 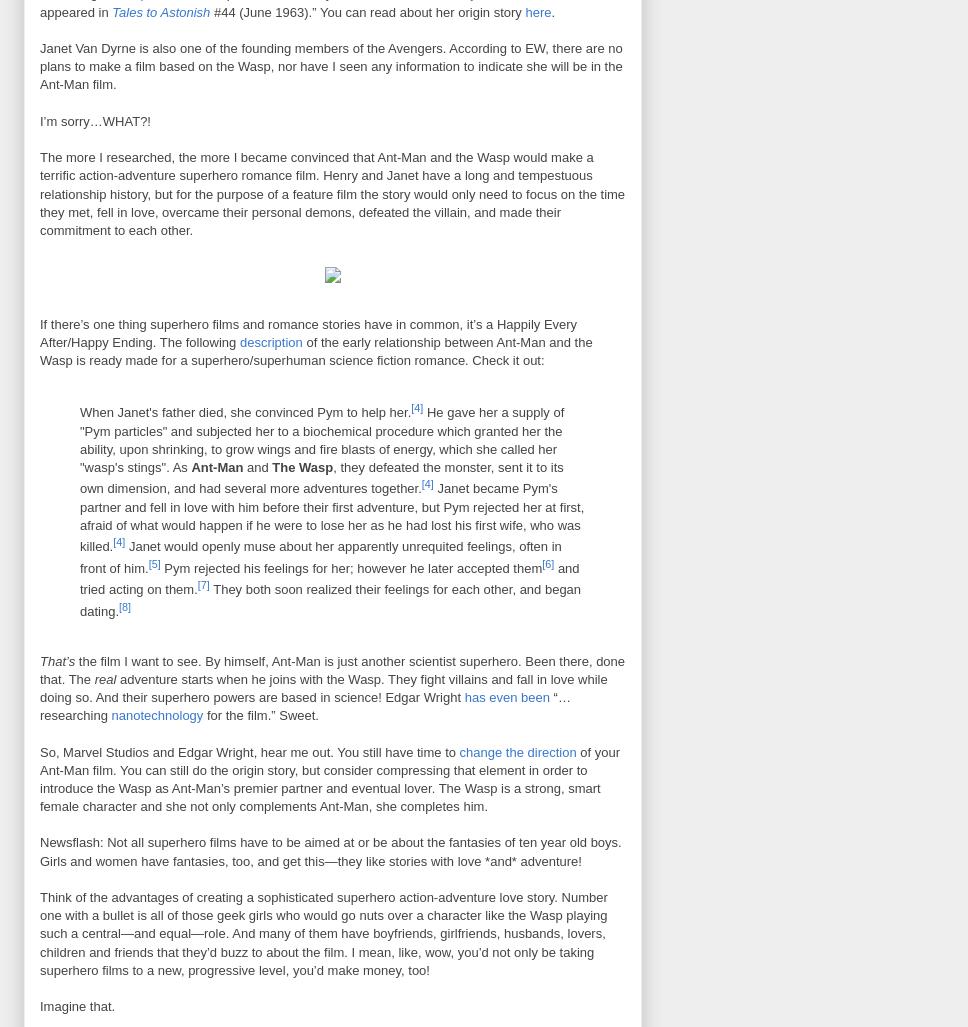 I want to click on 'change
the direction', so click(x=517, y=750).